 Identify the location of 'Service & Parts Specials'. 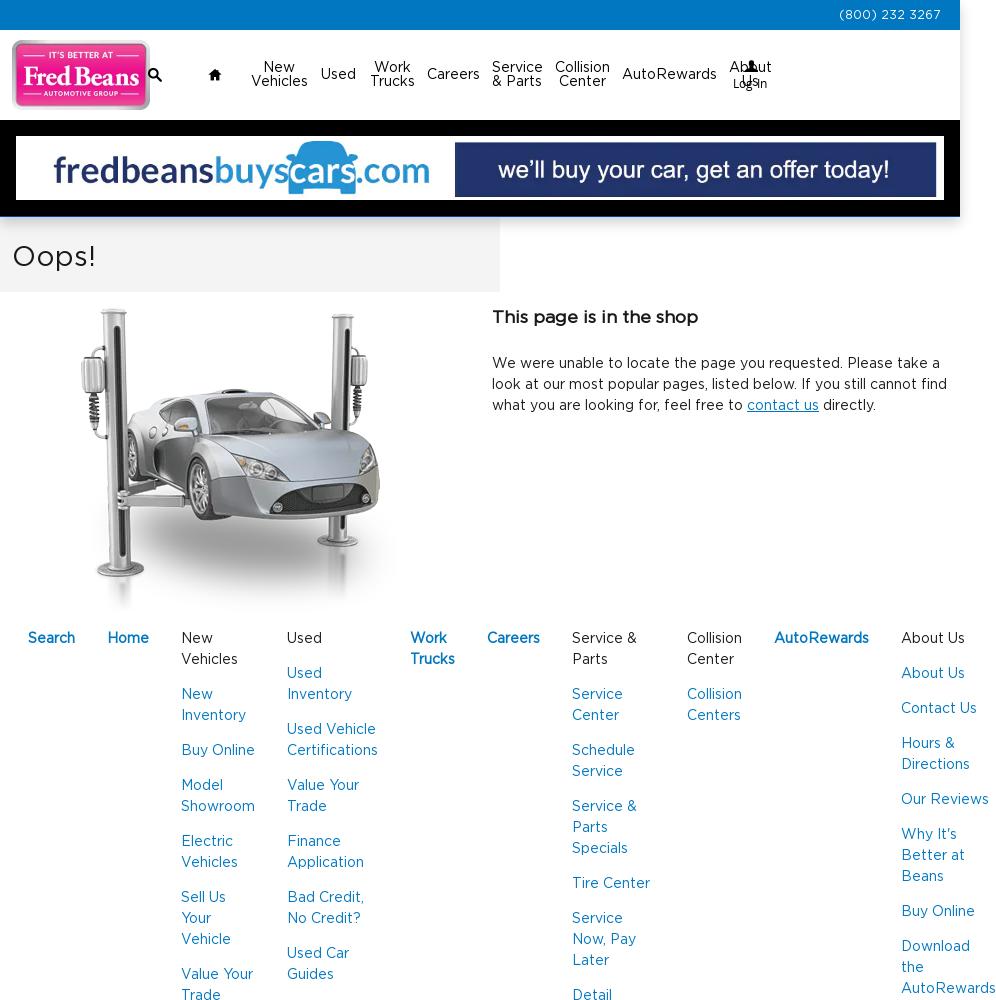
(604, 827).